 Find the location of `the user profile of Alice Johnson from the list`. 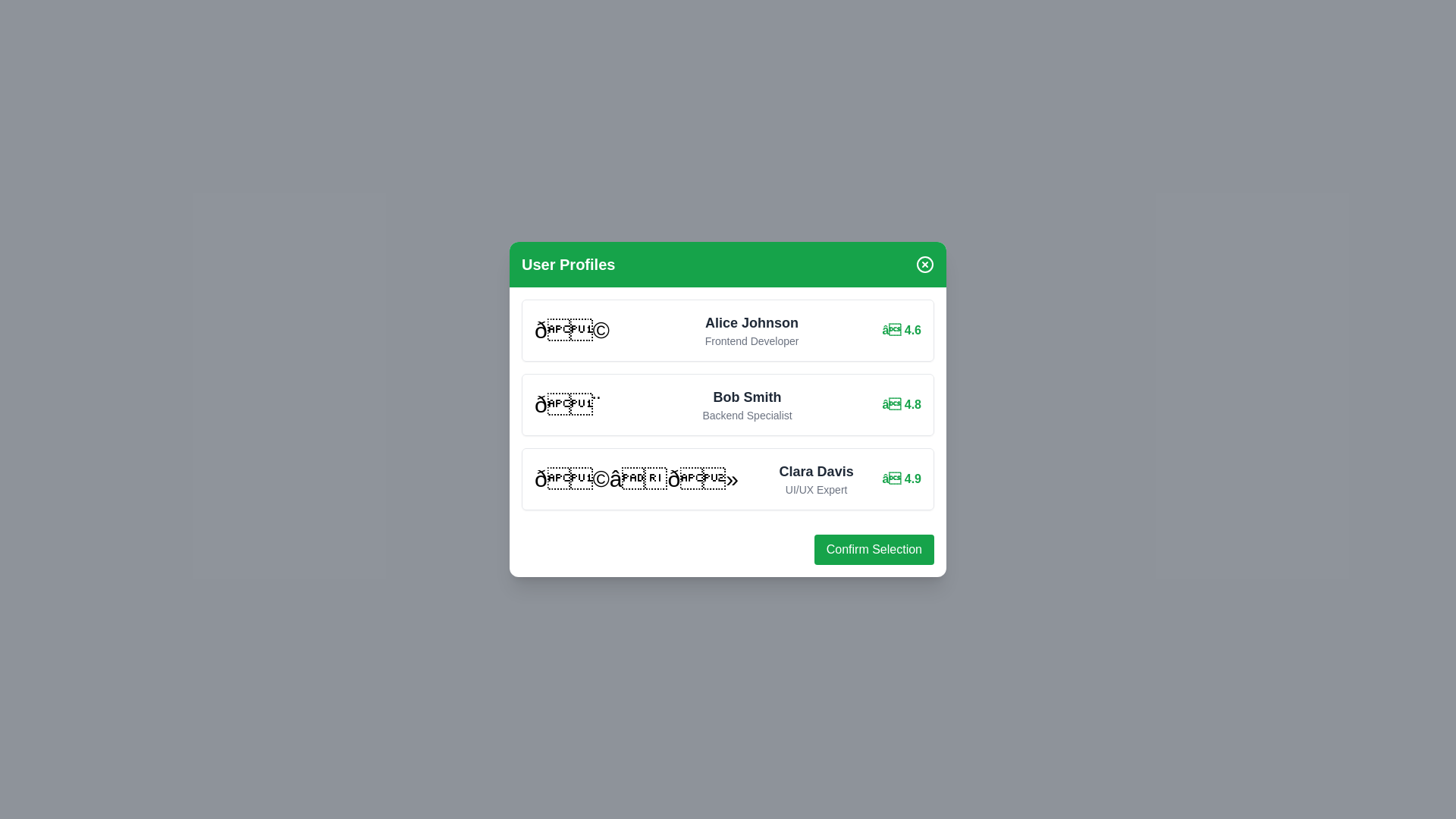

the user profile of Alice Johnson from the list is located at coordinates (728, 329).